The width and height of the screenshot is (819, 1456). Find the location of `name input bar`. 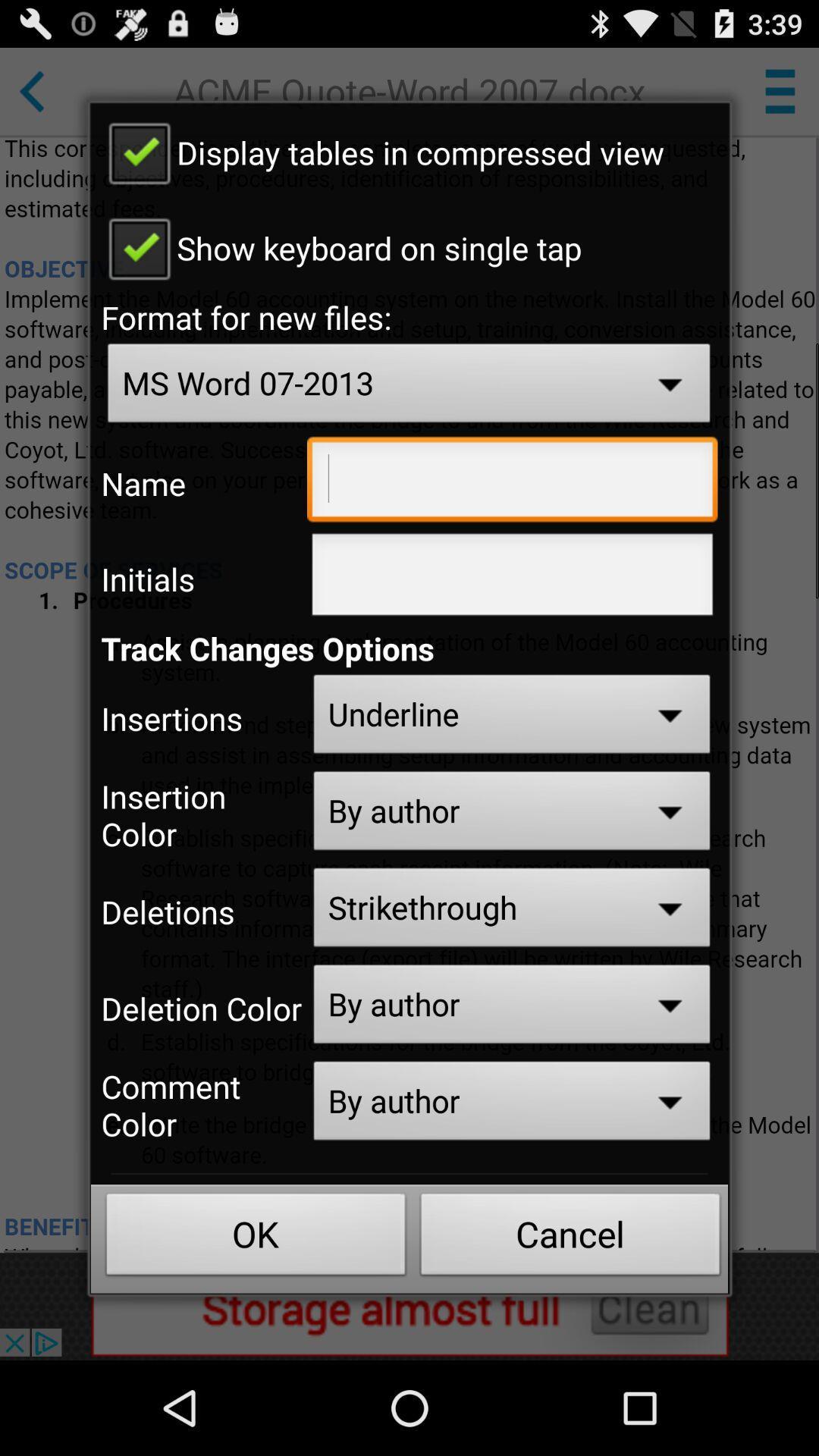

name input bar is located at coordinates (512, 482).